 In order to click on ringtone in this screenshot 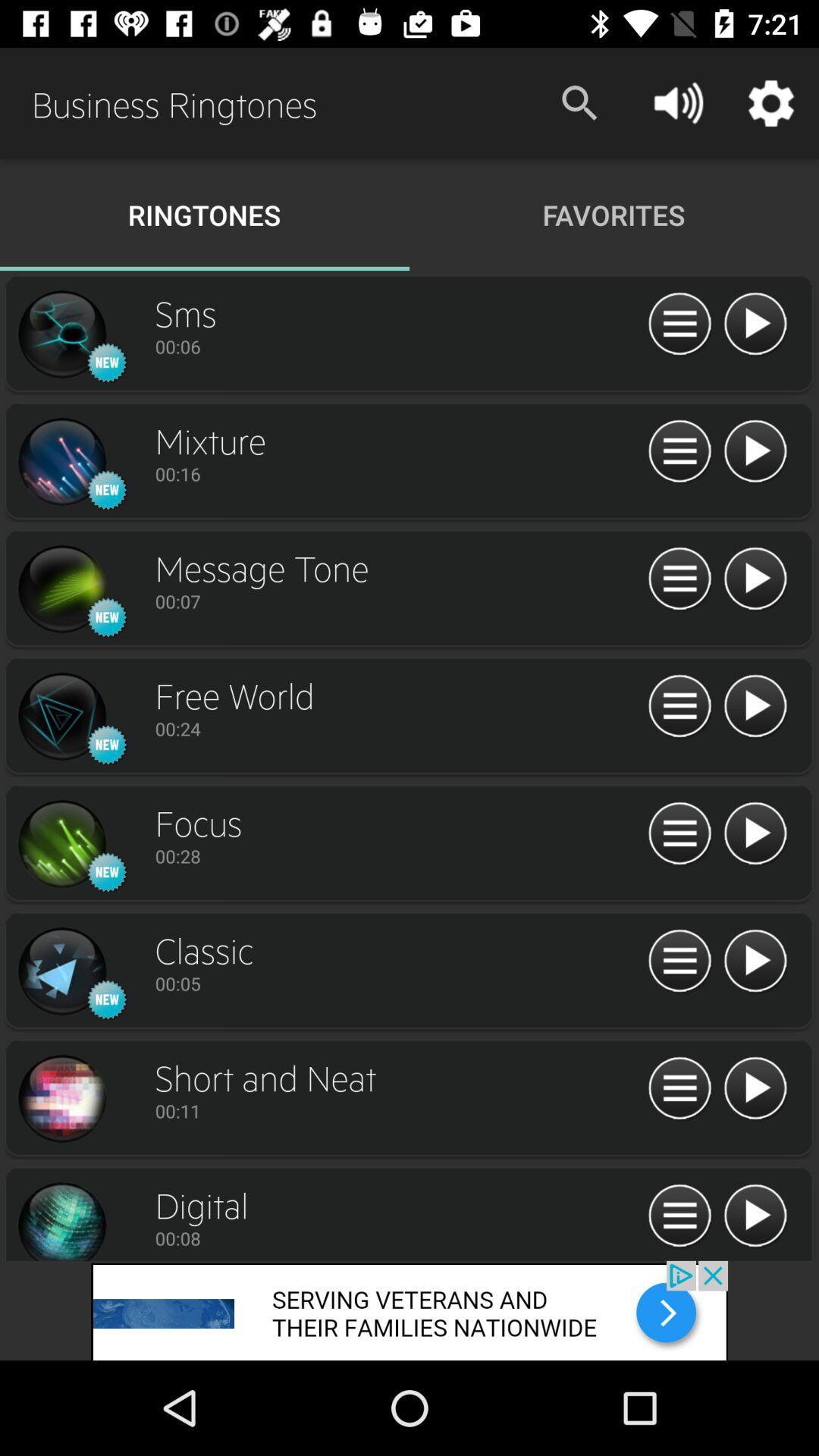, I will do `click(61, 1099)`.